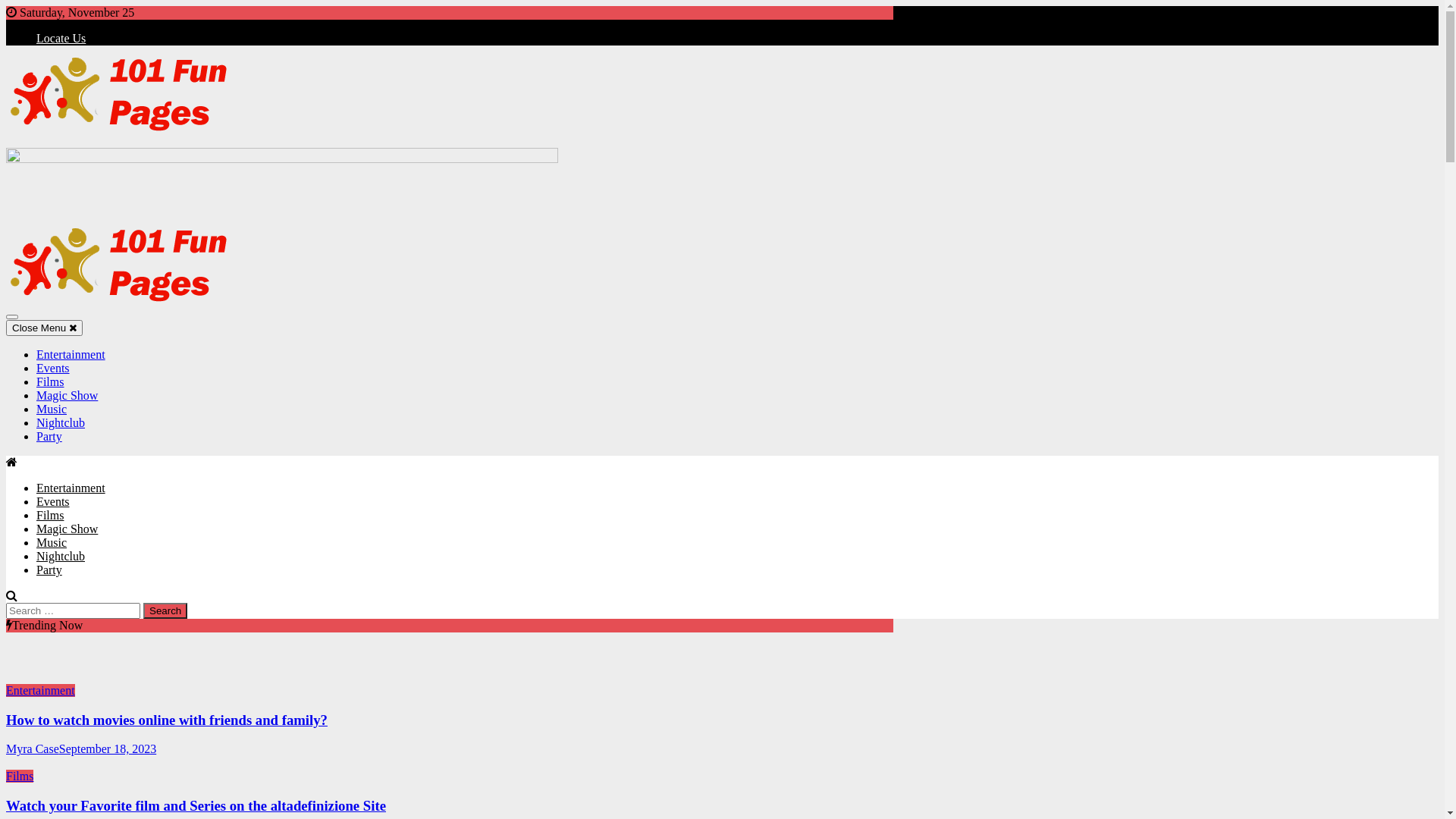  What do you see at coordinates (40, 690) in the screenshot?
I see `'Entertainment'` at bounding box center [40, 690].